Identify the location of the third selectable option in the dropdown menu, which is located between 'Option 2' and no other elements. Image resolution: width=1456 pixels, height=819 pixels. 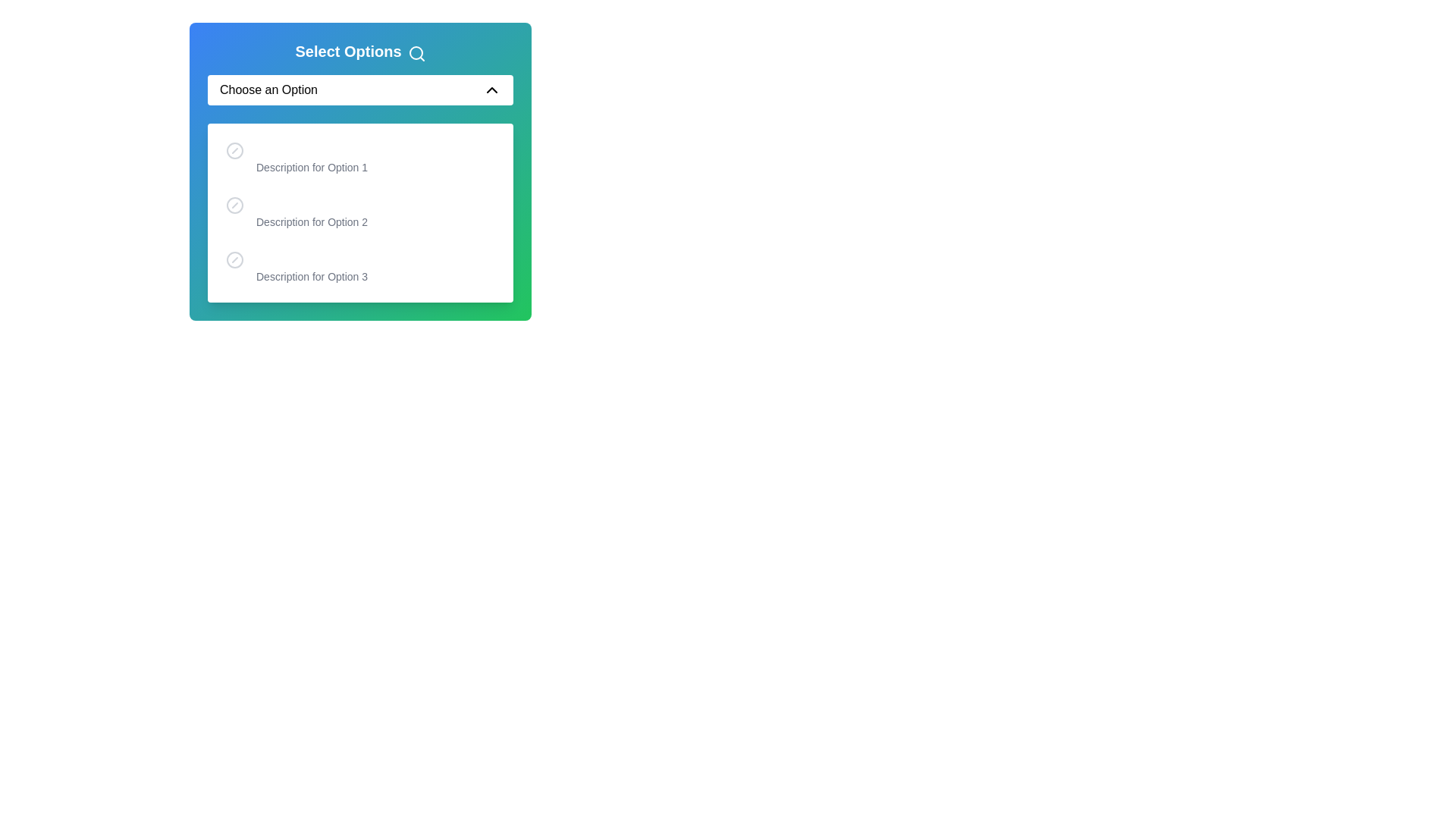
(359, 266).